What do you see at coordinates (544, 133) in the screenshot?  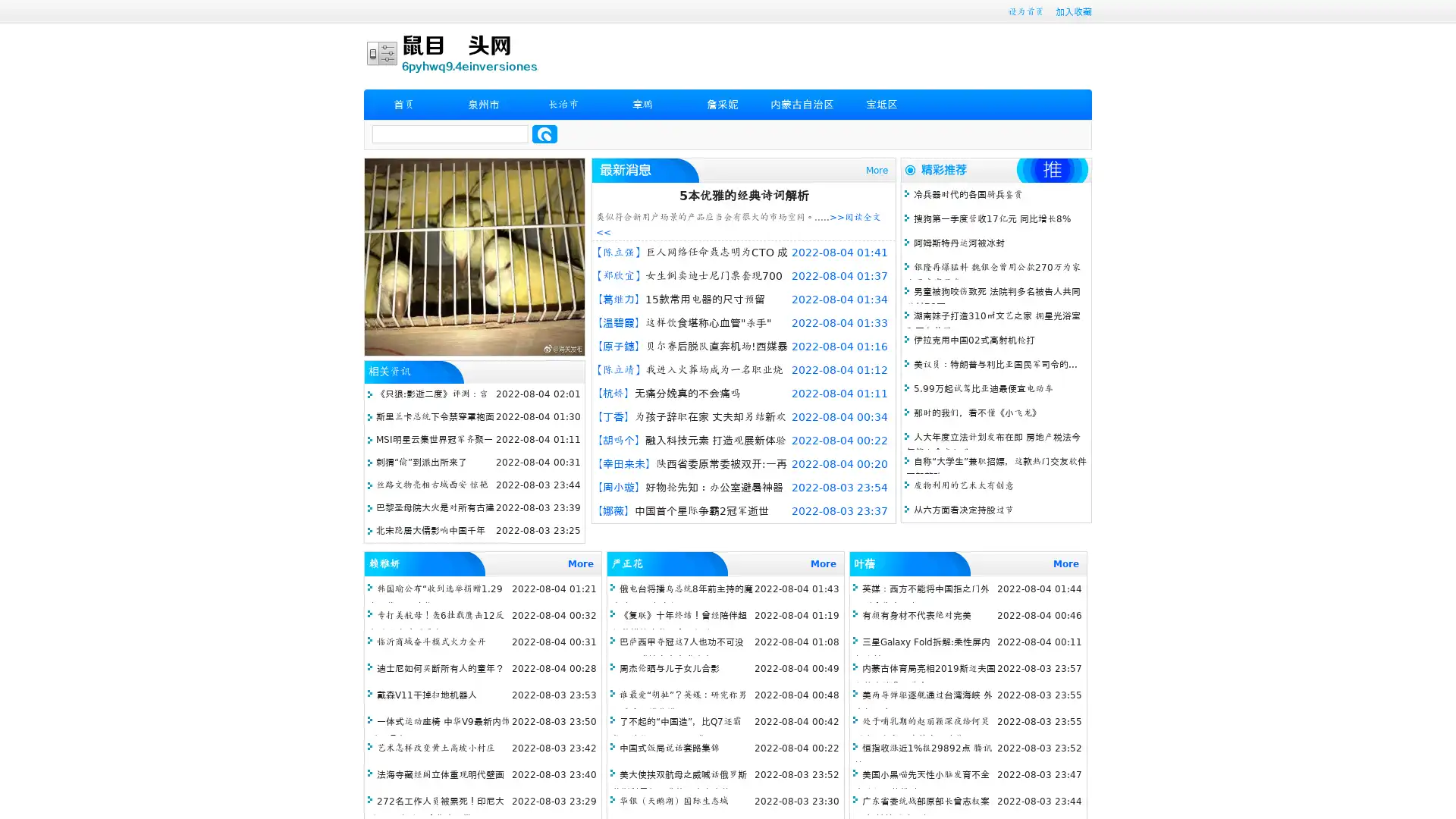 I see `Search` at bounding box center [544, 133].